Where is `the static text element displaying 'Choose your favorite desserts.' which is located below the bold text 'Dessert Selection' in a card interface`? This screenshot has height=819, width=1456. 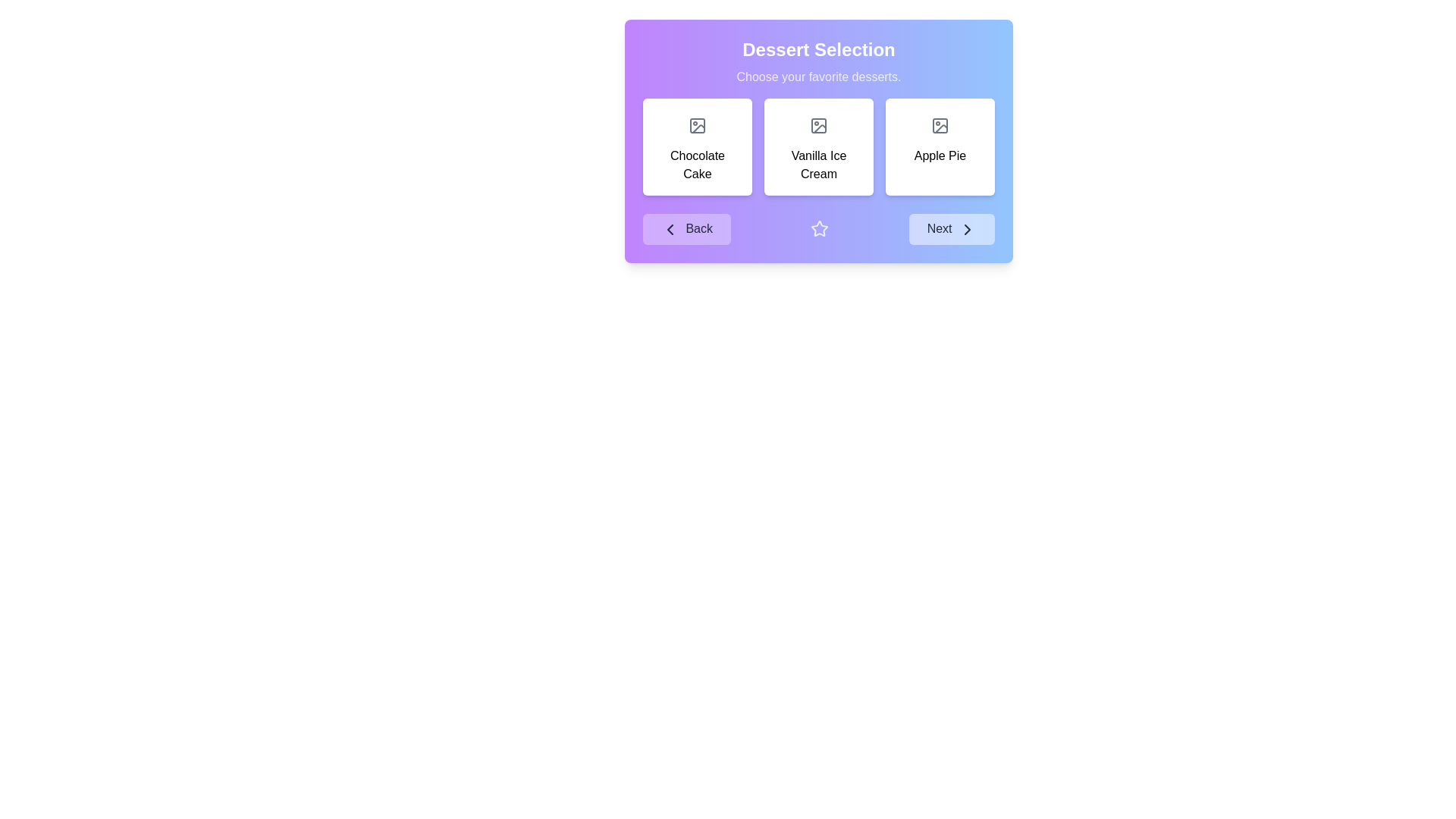 the static text element displaying 'Choose your favorite desserts.' which is located below the bold text 'Dessert Selection' in a card interface is located at coordinates (818, 77).